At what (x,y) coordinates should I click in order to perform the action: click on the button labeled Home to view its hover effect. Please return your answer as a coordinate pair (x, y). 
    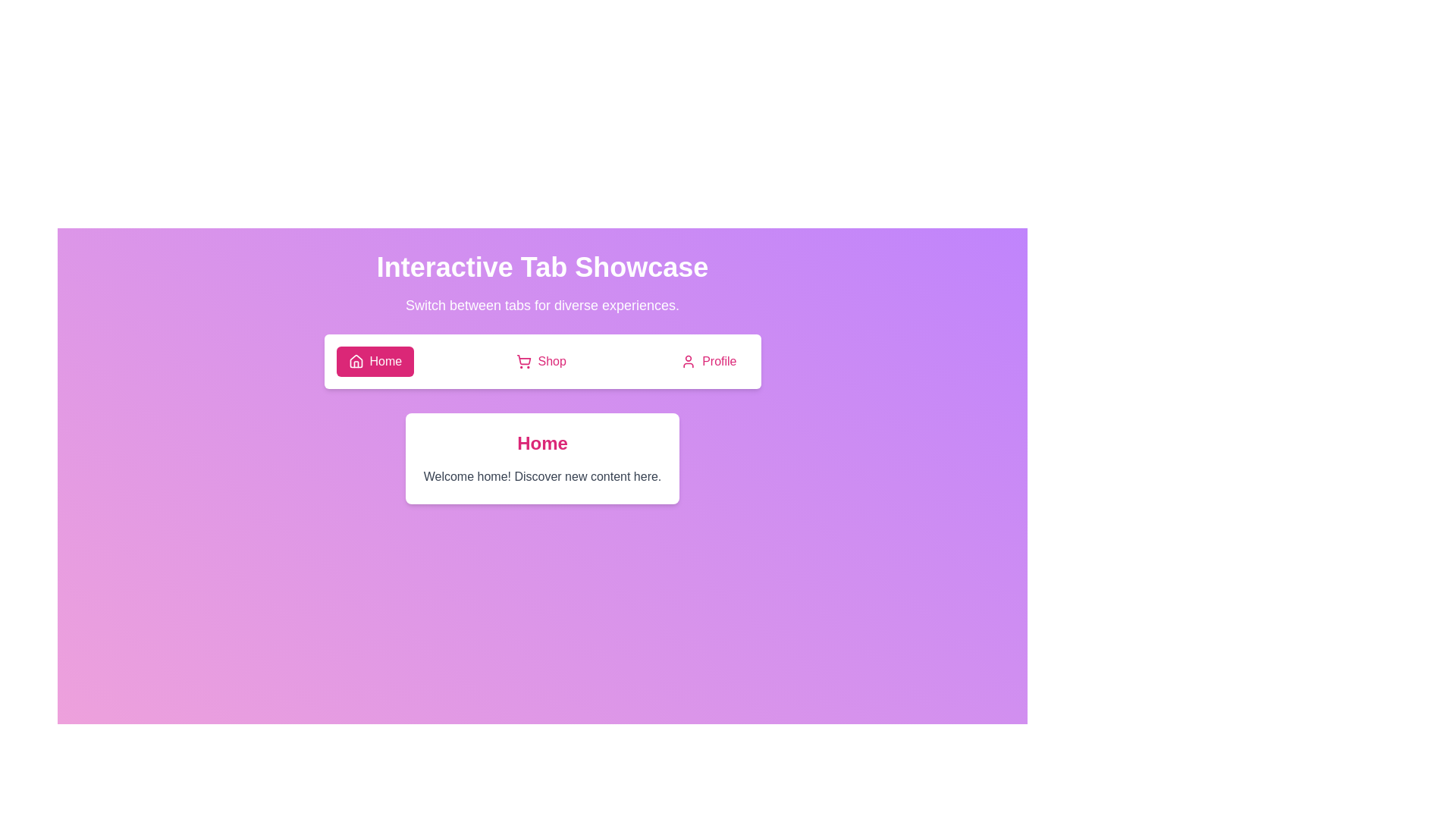
    Looking at the image, I should click on (375, 362).